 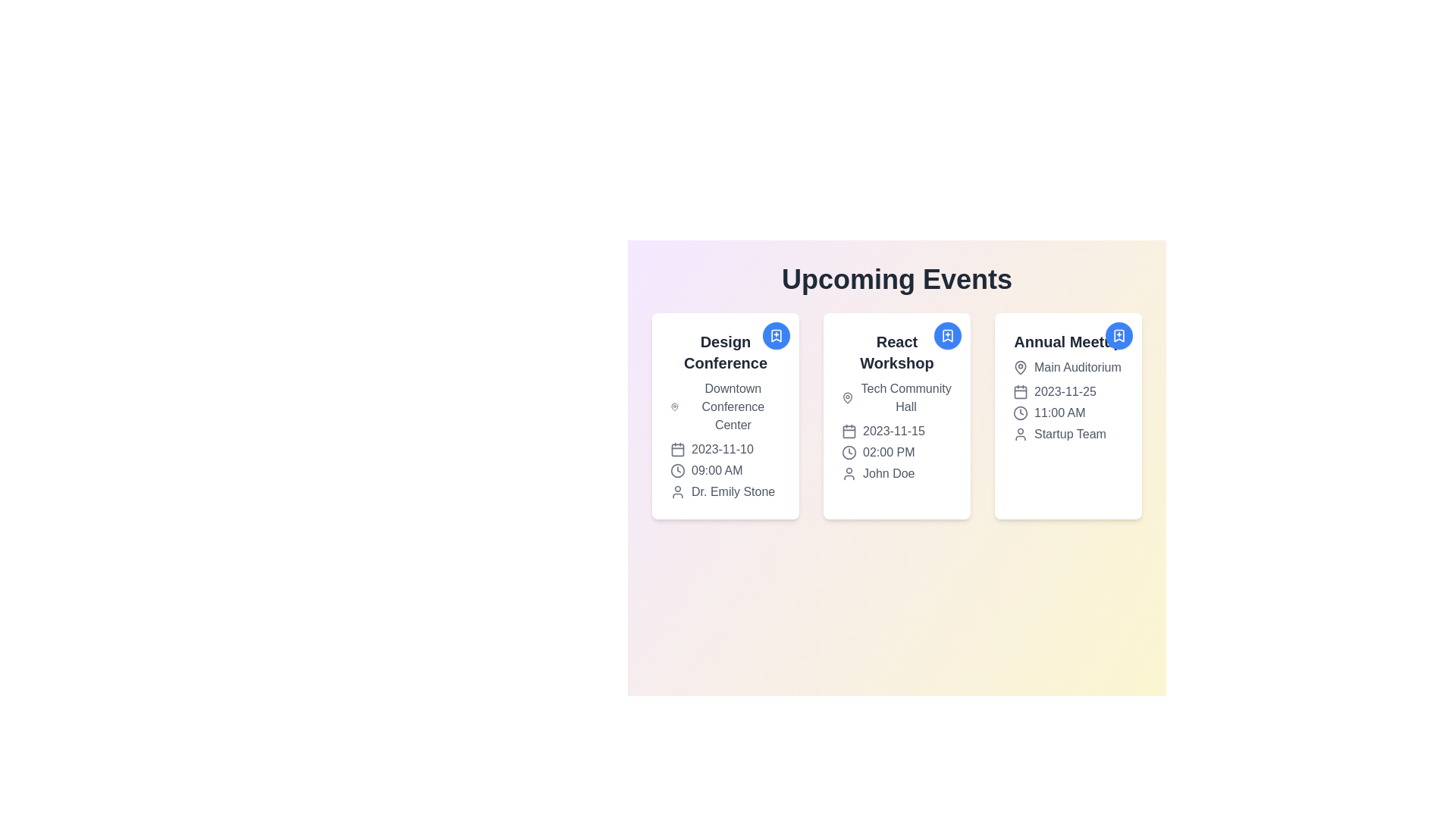 I want to click on the calendar icon located in the left part of the 'Annual Meeting' event details, before the date '2023-11-25', so click(x=1020, y=391).